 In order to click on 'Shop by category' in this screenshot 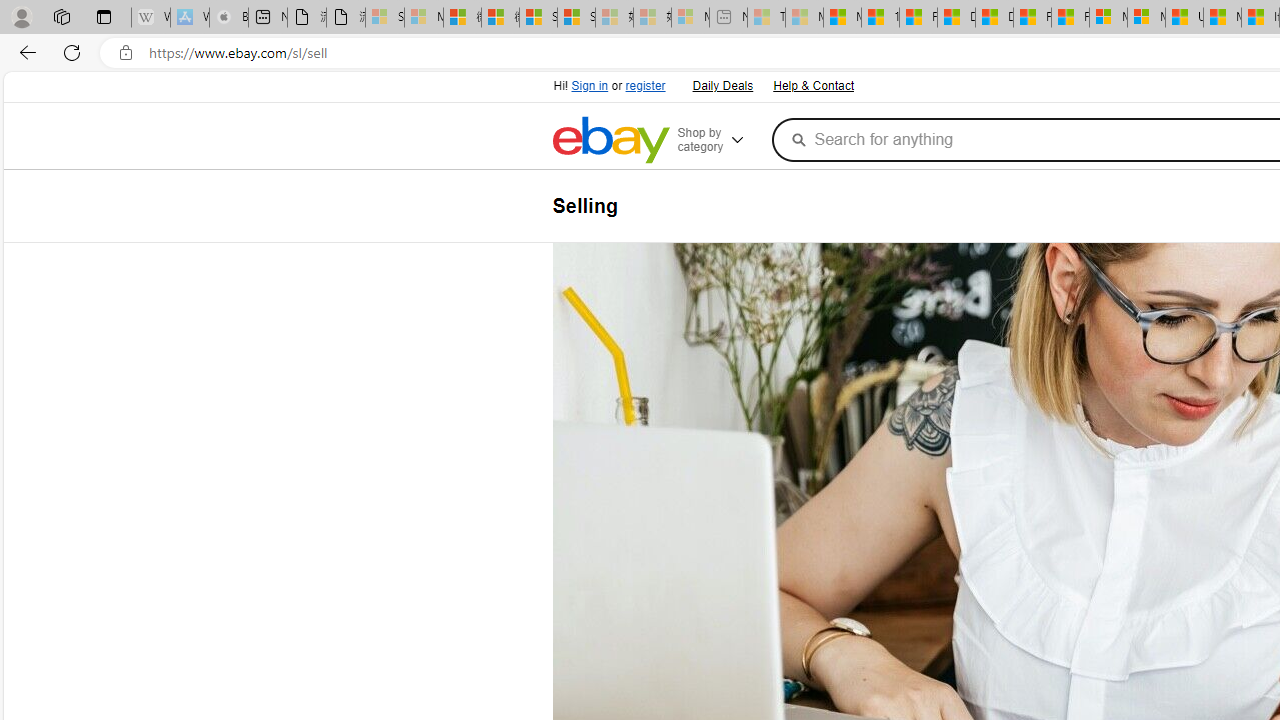, I will do `click(720, 139)`.